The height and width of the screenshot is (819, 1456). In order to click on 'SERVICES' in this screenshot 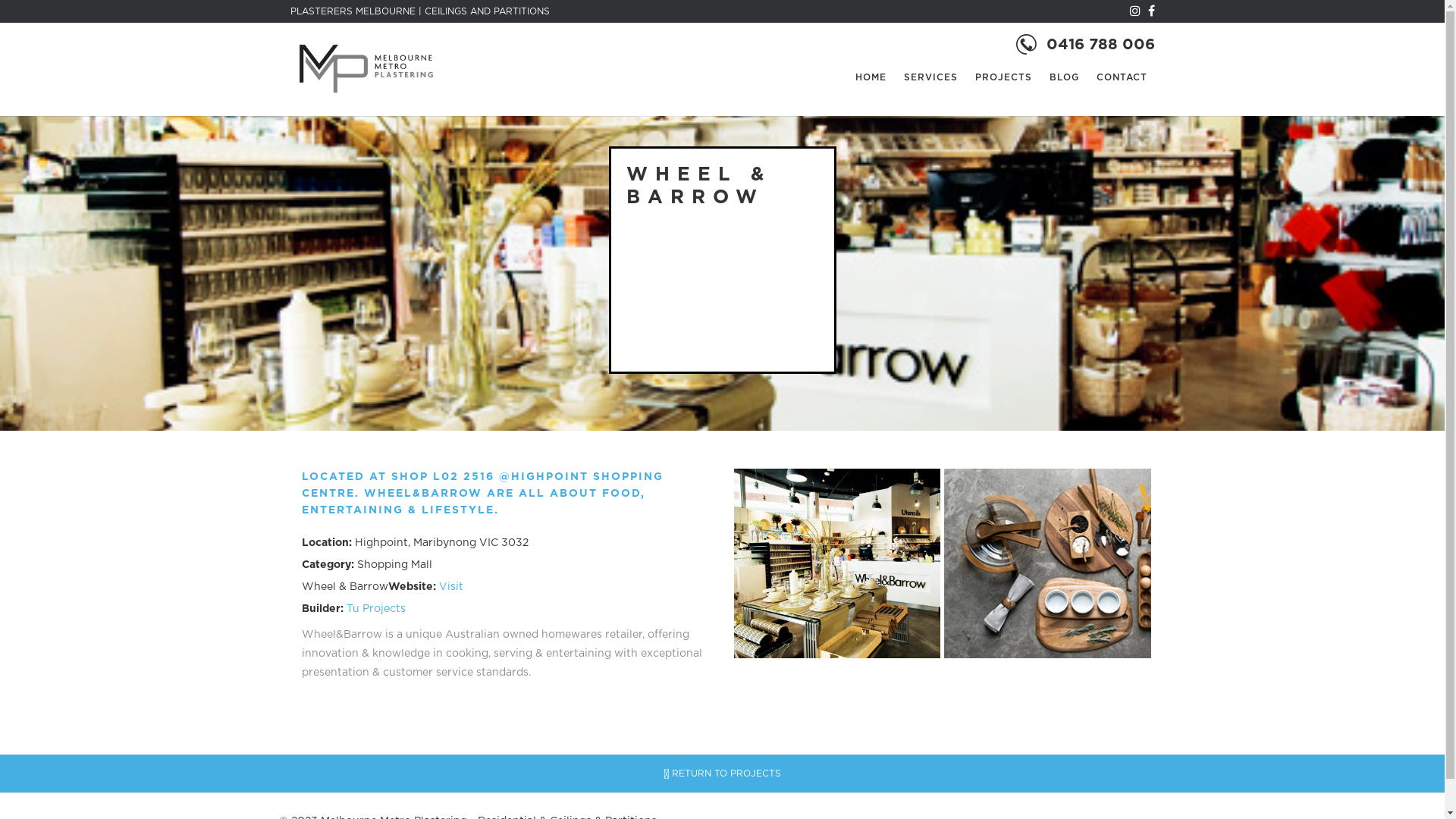, I will do `click(930, 77)`.